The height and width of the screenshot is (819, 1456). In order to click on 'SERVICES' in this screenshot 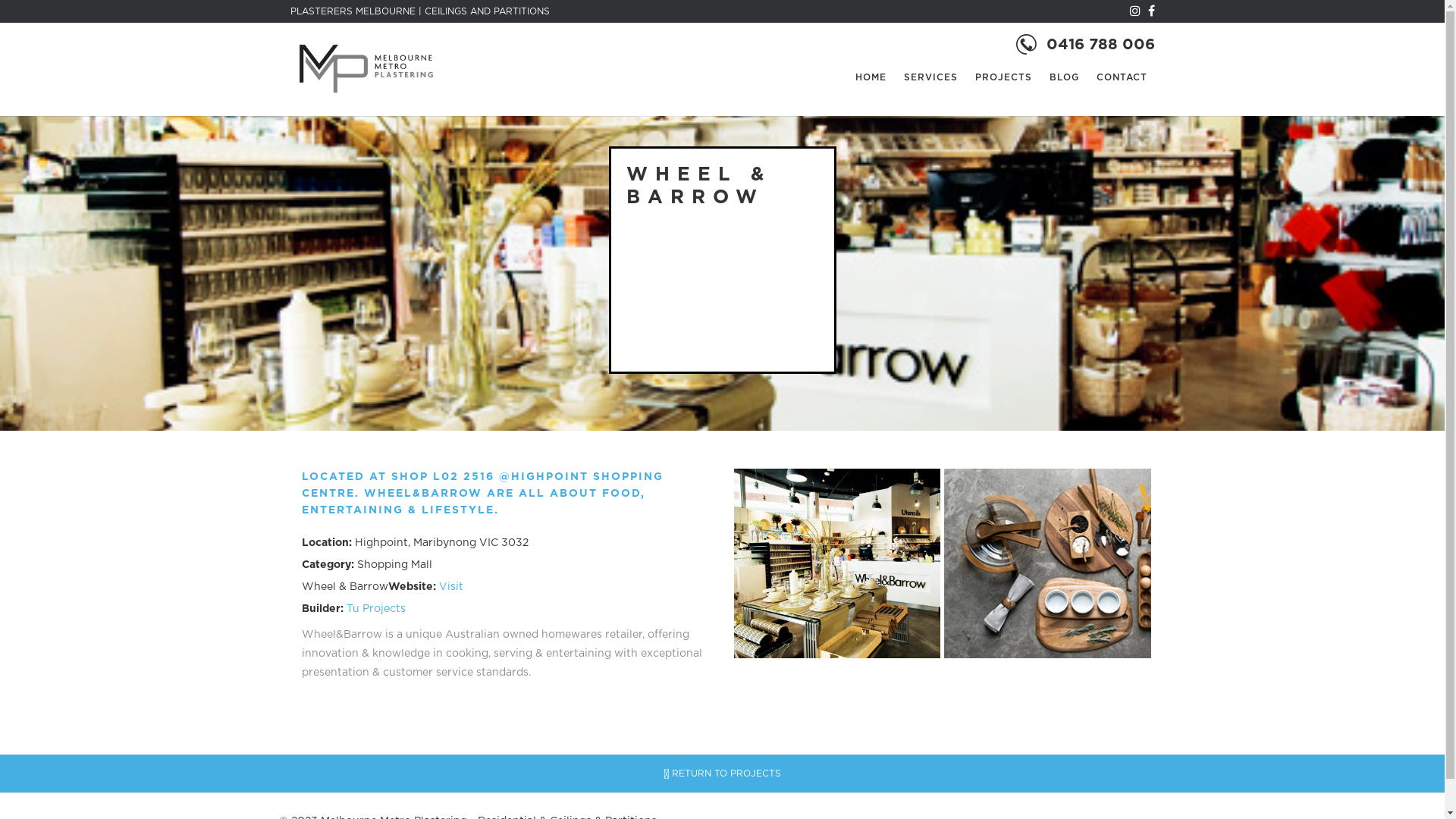, I will do `click(930, 77)`.